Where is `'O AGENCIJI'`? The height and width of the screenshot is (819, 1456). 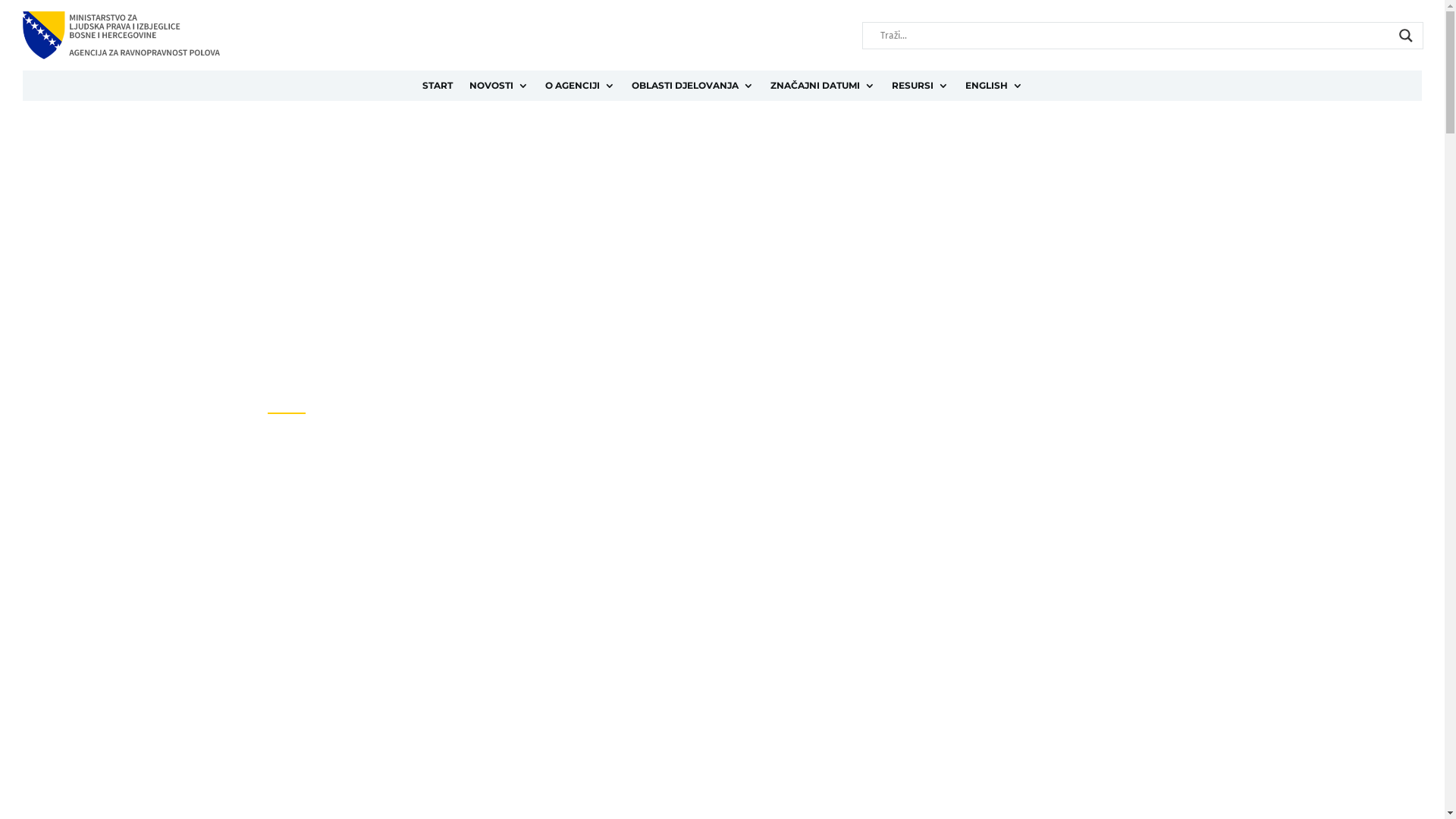 'O AGENCIJI' is located at coordinates (578, 88).